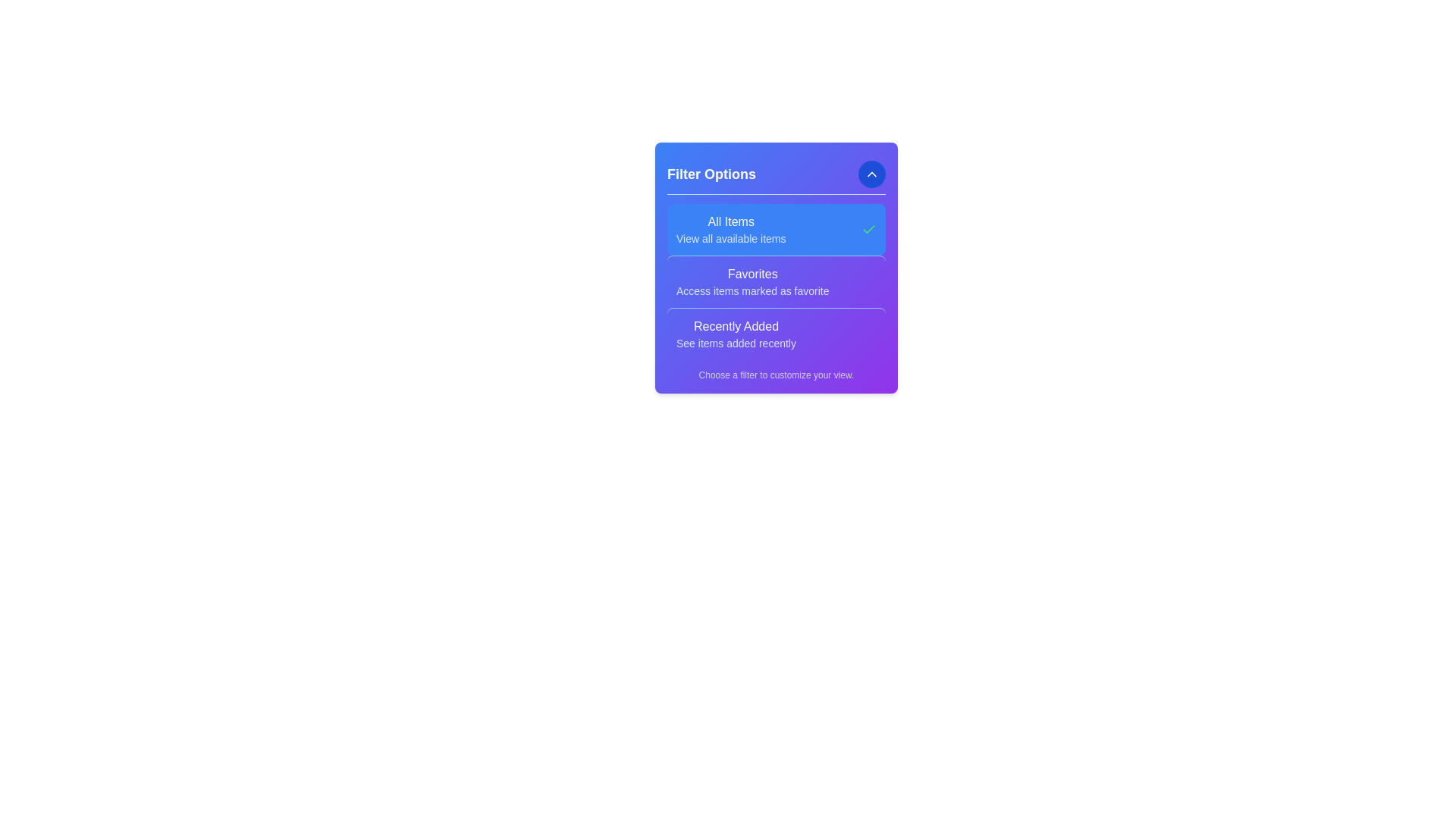 Image resolution: width=1456 pixels, height=819 pixels. I want to click on the filter option All Items, so click(731, 230).